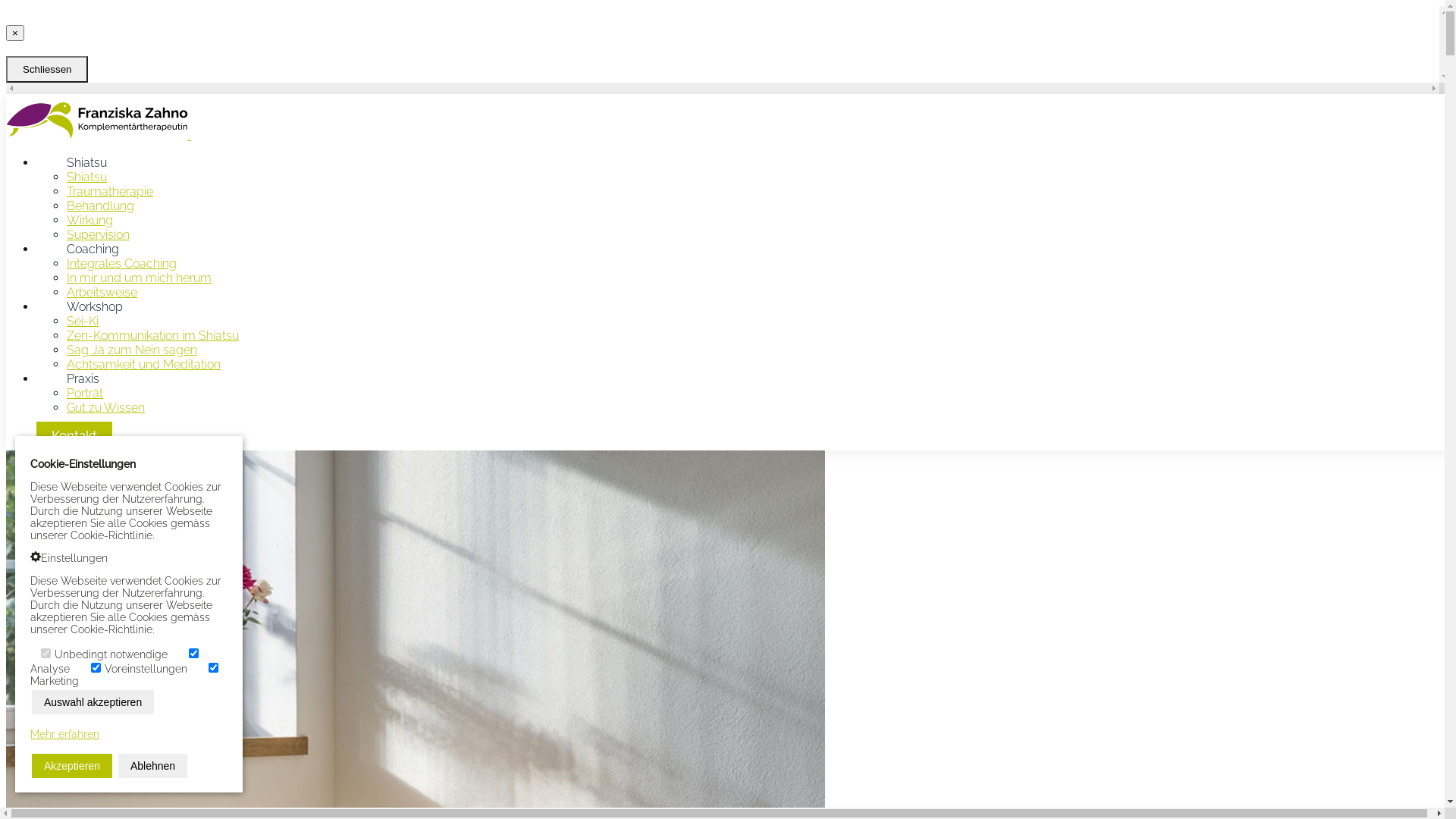 This screenshot has width=1456, height=819. Describe the element at coordinates (36, 162) in the screenshot. I see `'Shiatsu'` at that location.